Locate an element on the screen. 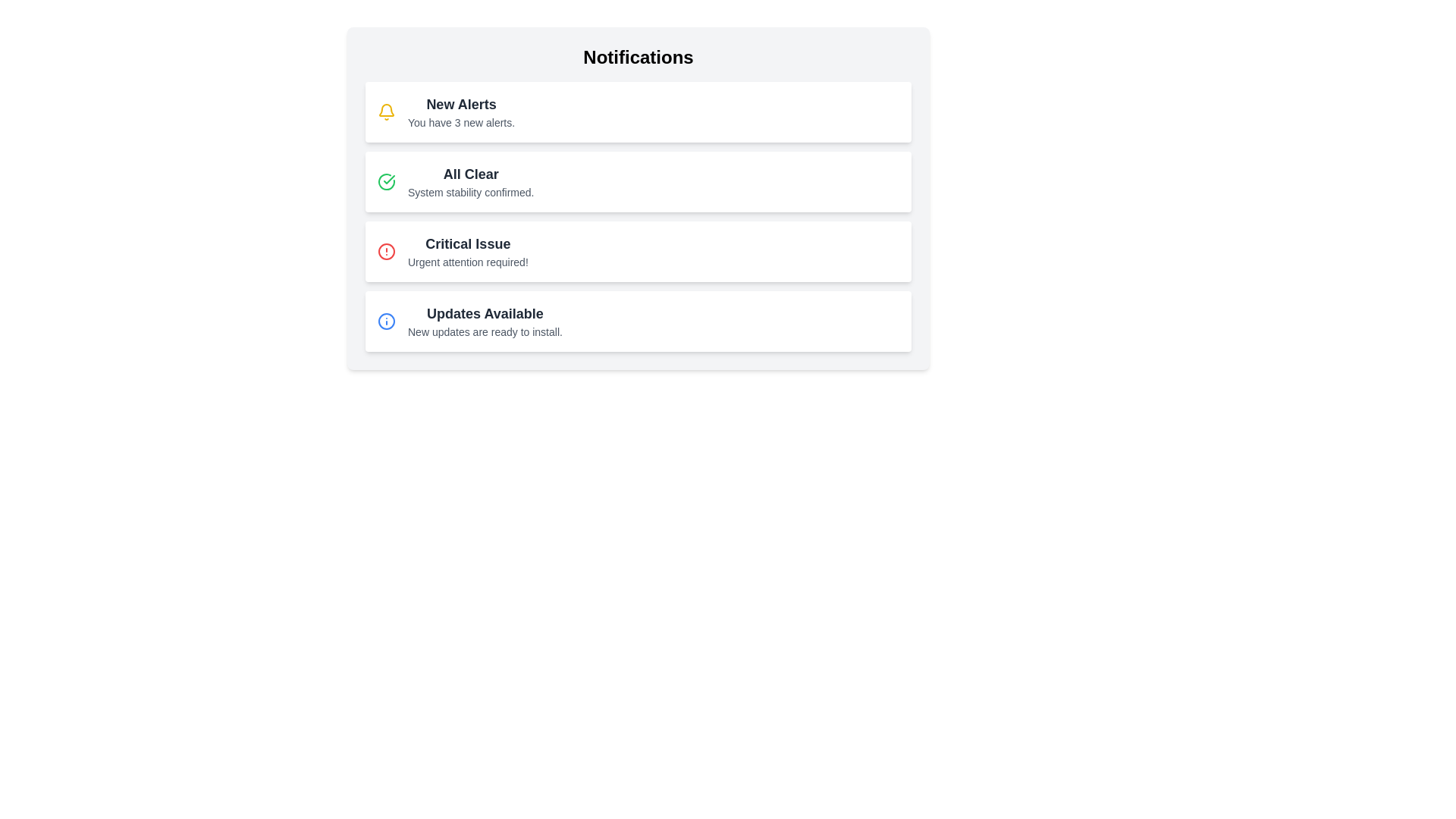 This screenshot has height=819, width=1456. the notification message located in the second row of the notification list, which indicates that the system is stable and there are no issues is located at coordinates (470, 180).